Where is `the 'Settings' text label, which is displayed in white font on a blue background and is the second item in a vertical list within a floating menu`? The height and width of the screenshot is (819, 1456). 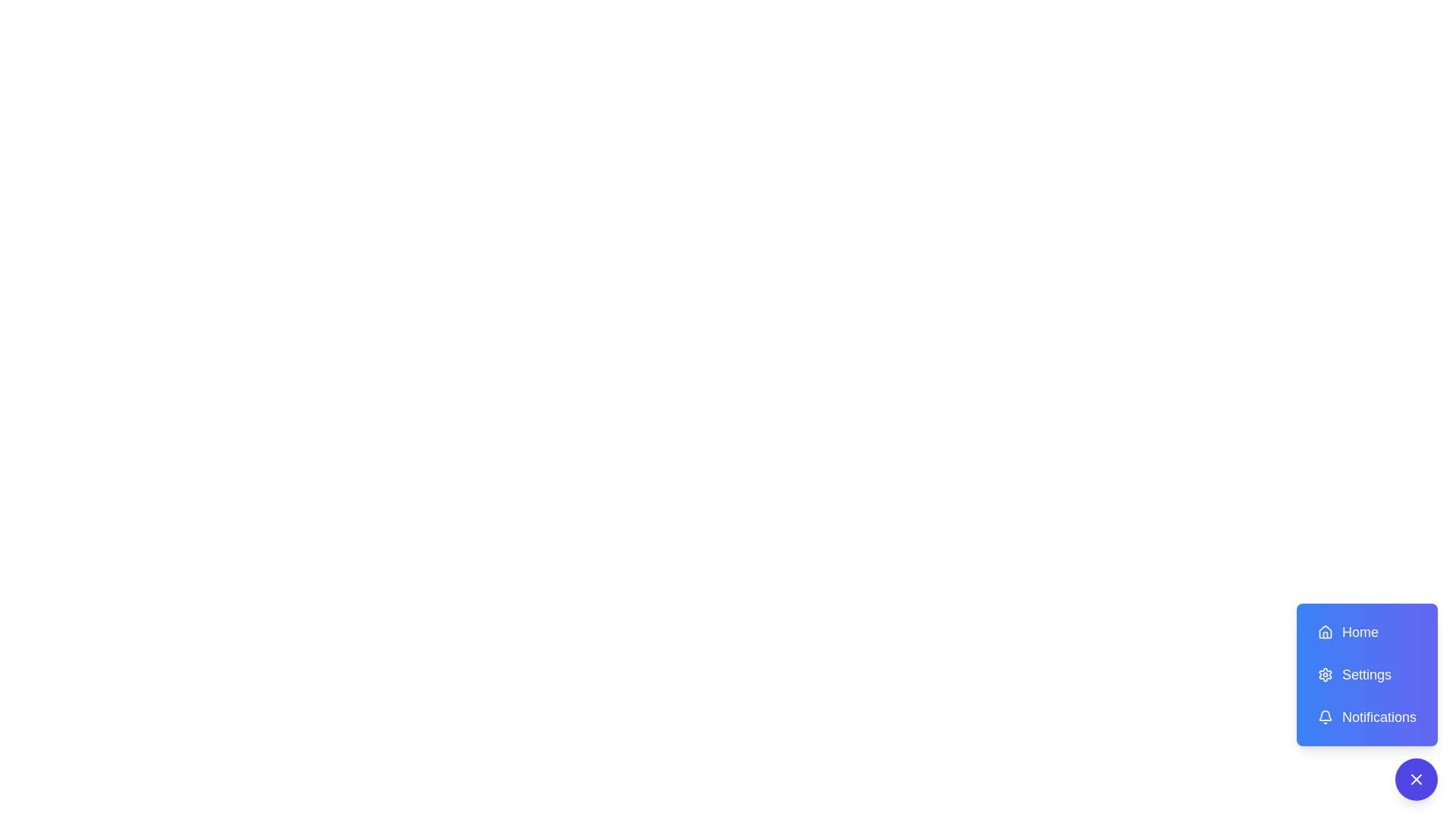 the 'Settings' text label, which is displayed in white font on a blue background and is the second item in a vertical list within a floating menu is located at coordinates (1367, 674).